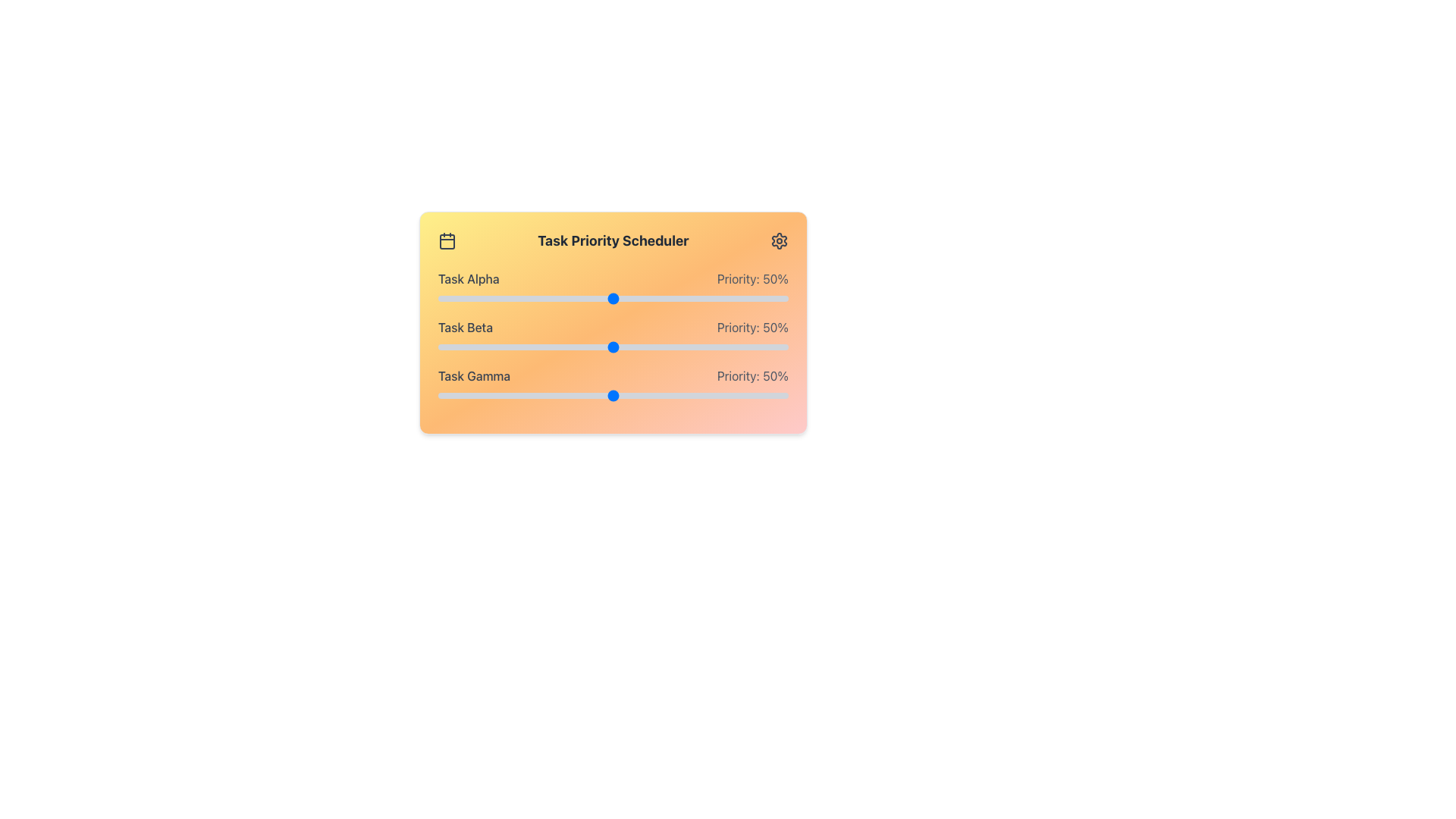 The height and width of the screenshot is (819, 1456). I want to click on the "Task Beta" priority, so click(714, 347).